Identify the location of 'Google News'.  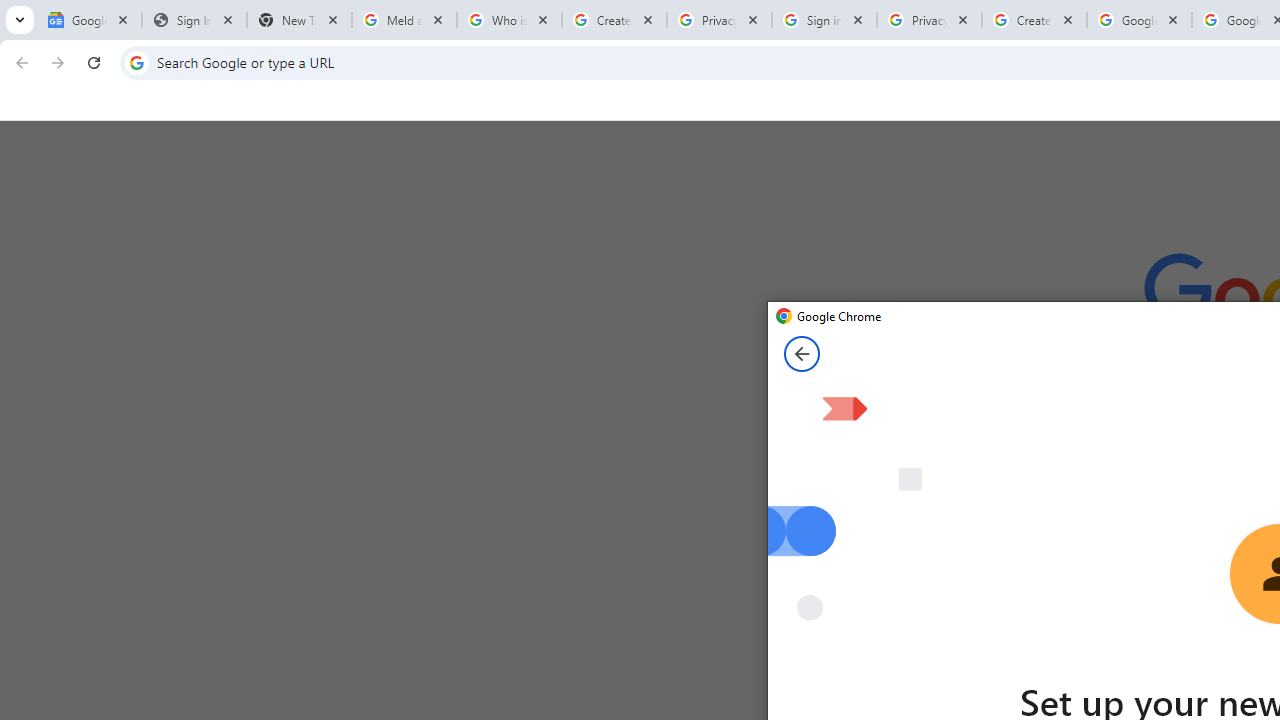
(88, 20).